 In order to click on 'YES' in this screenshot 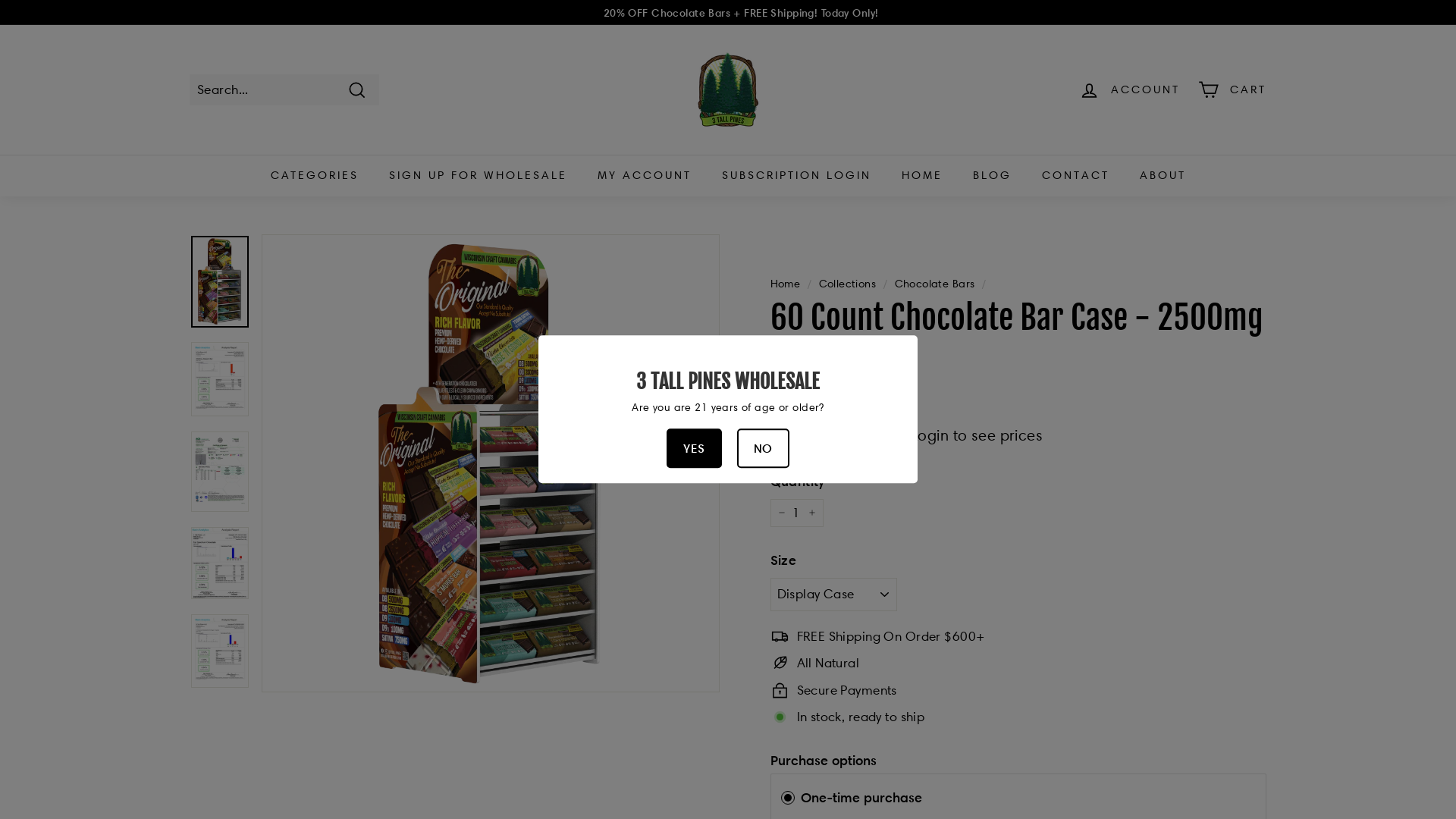, I will do `click(693, 447)`.